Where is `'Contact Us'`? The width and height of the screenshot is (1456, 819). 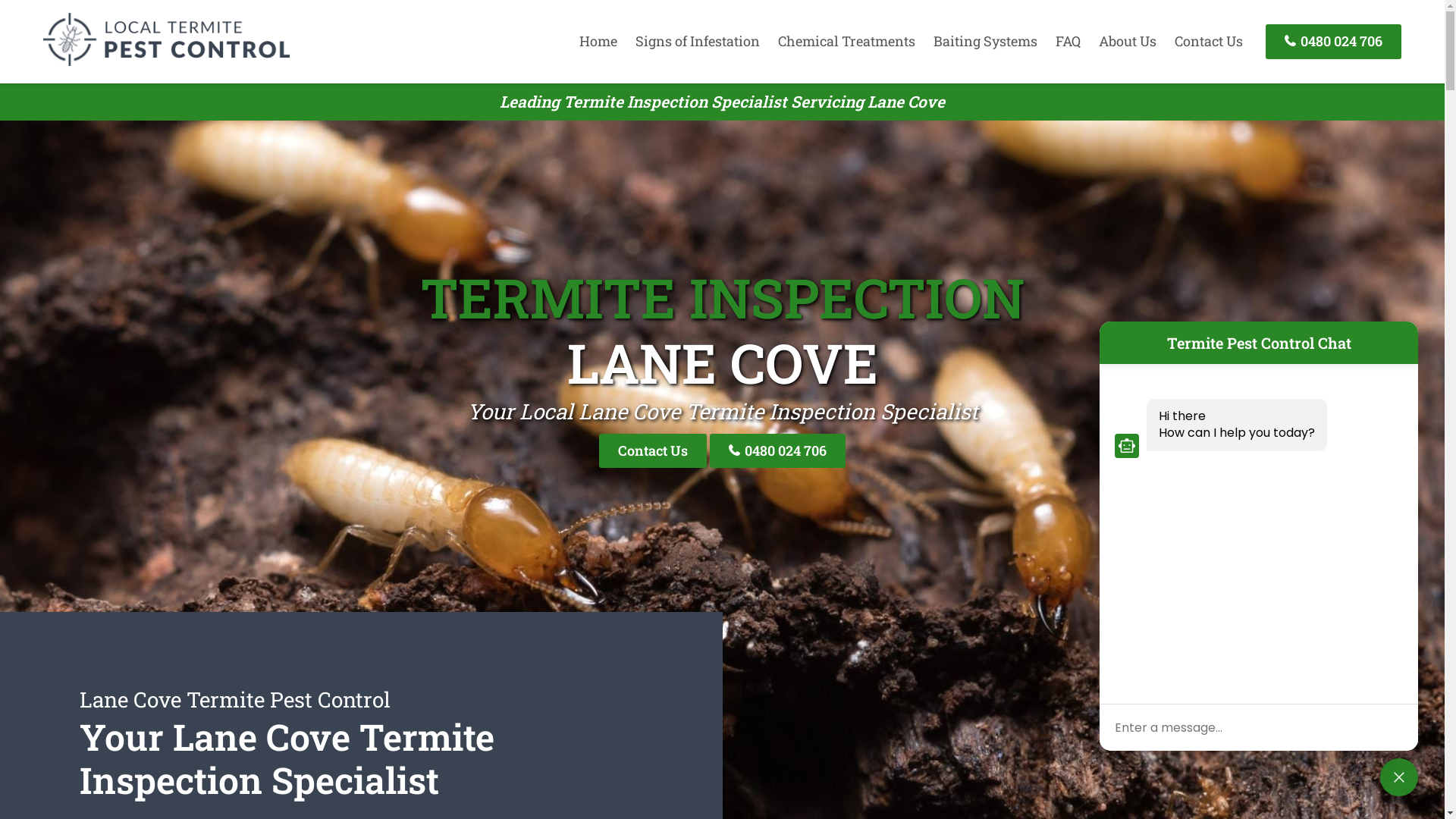 'Contact Us' is located at coordinates (652, 450).